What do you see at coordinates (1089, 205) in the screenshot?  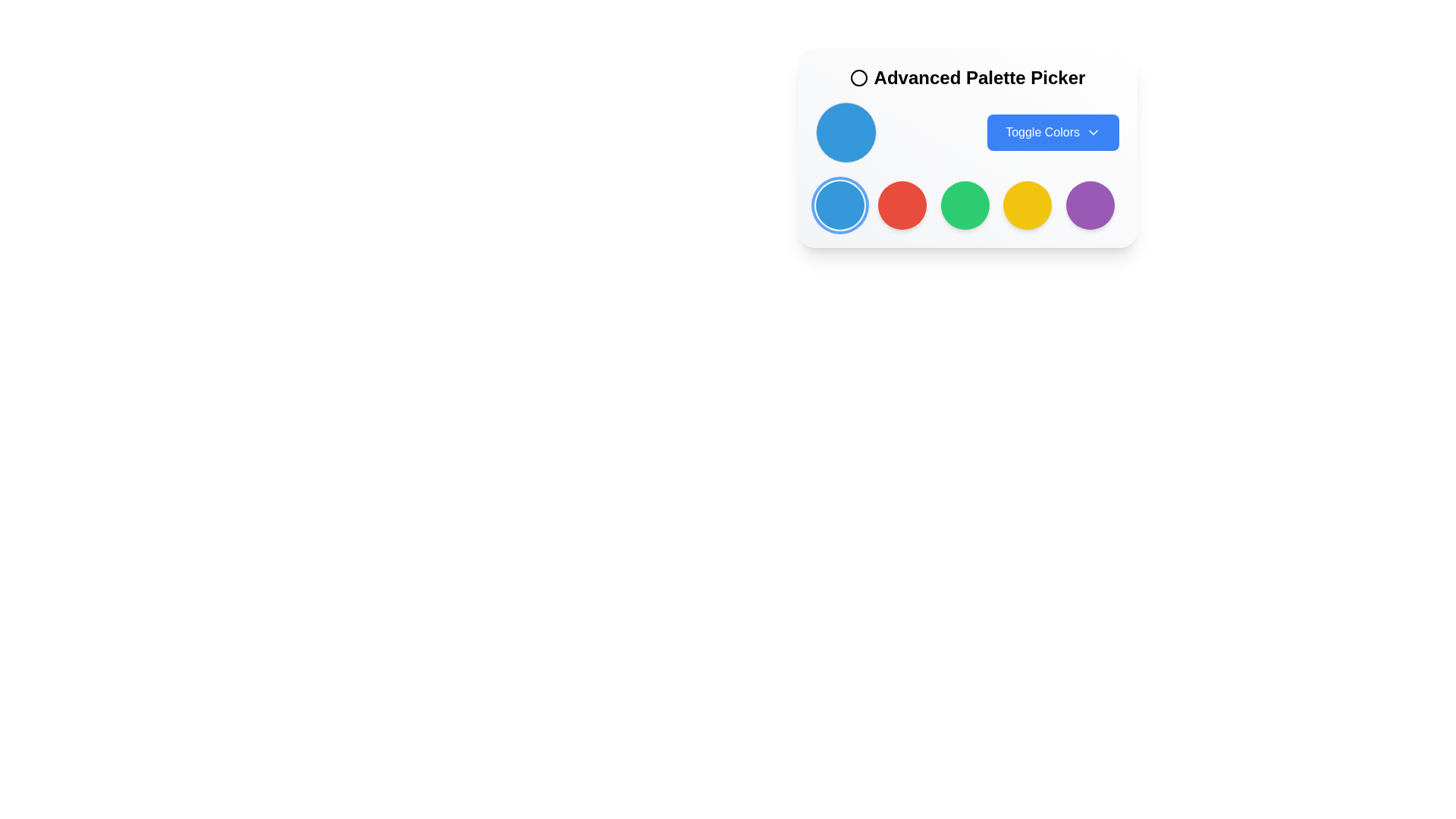 I see `the circular button with a purple background located at the bottom-right corner of the grid layout` at bounding box center [1089, 205].